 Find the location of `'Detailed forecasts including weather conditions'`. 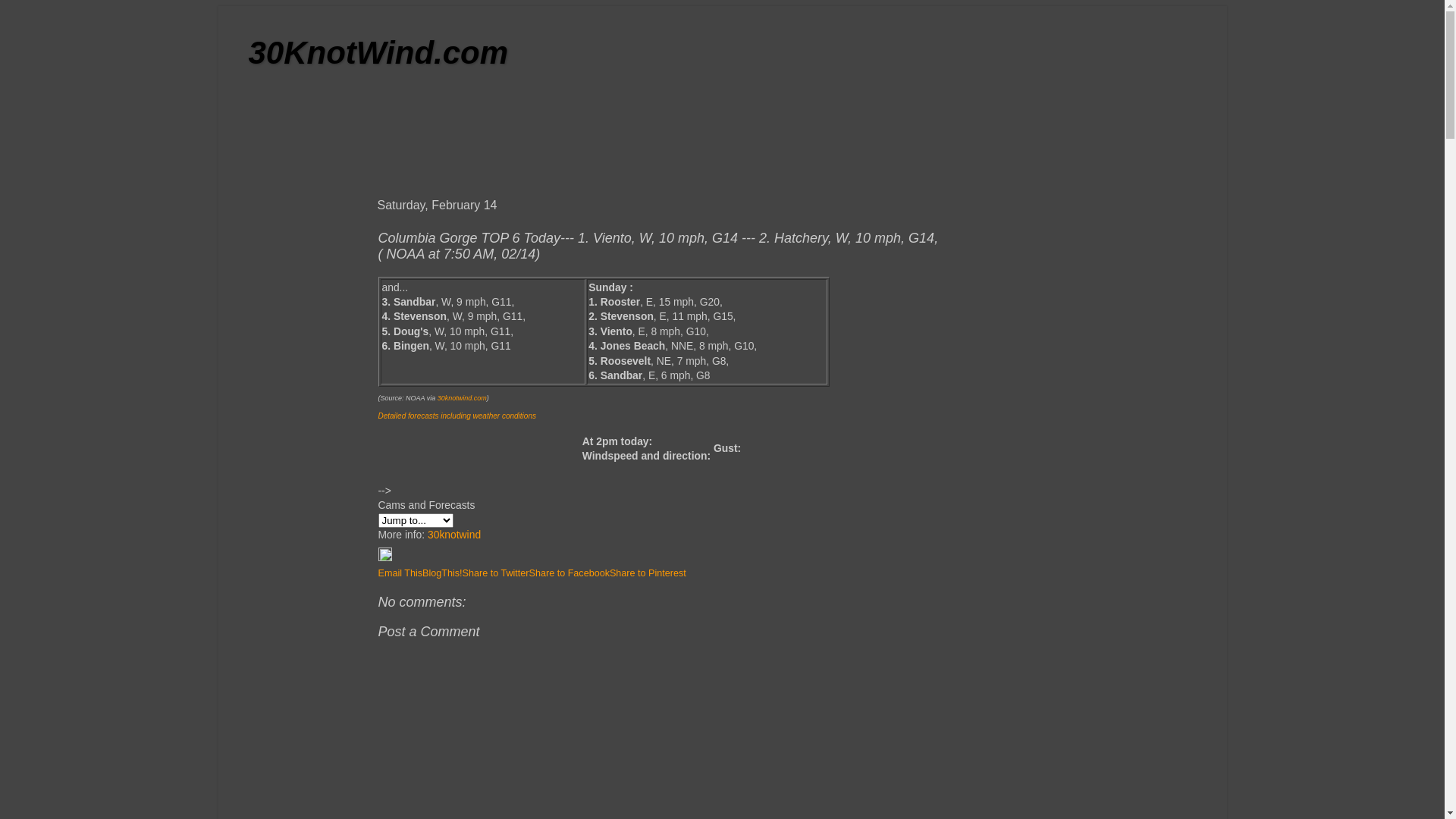

'Detailed forecasts including weather conditions' is located at coordinates (455, 416).